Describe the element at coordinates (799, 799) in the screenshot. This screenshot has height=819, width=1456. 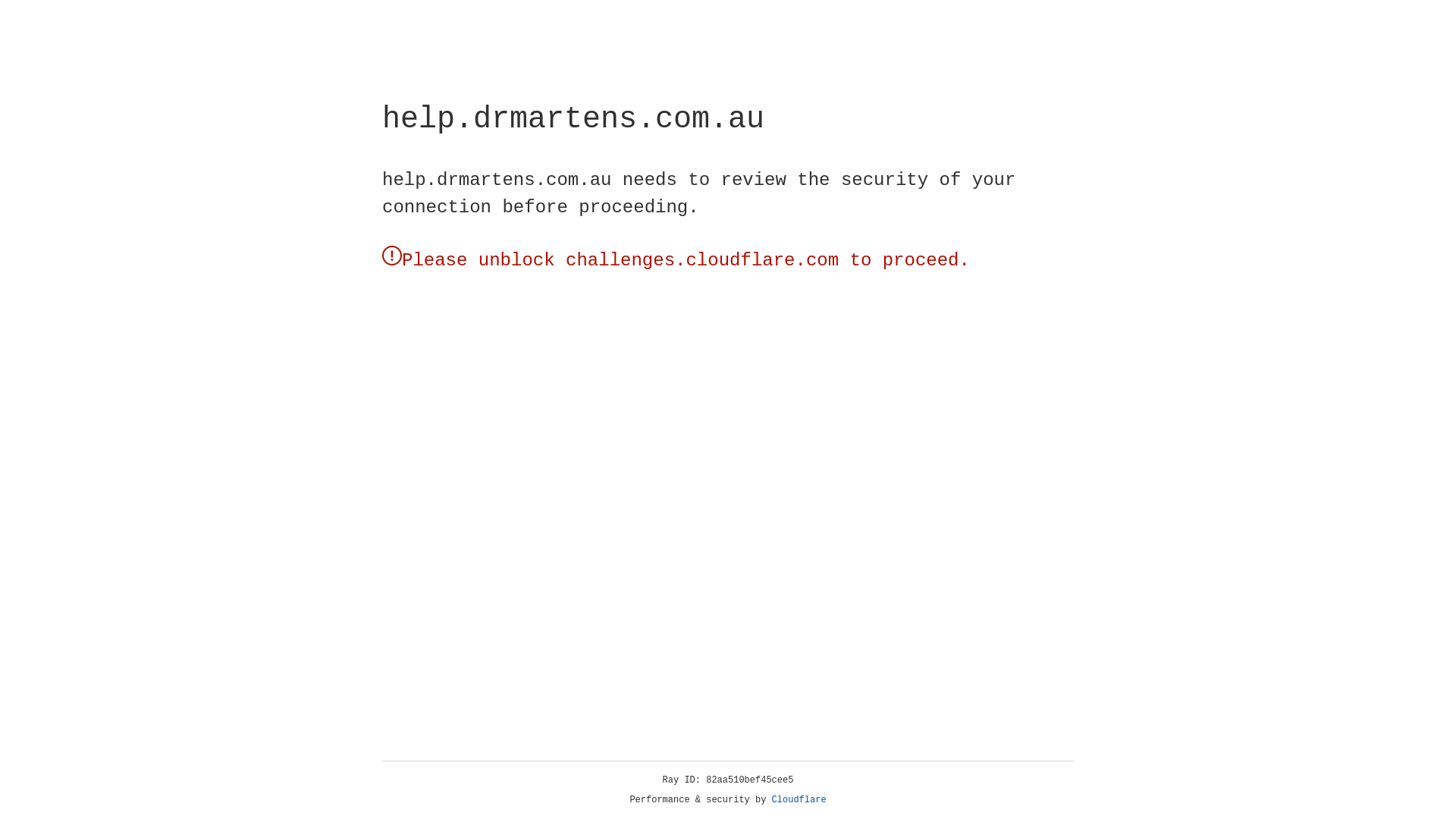
I see `'Cloudflare'` at that location.